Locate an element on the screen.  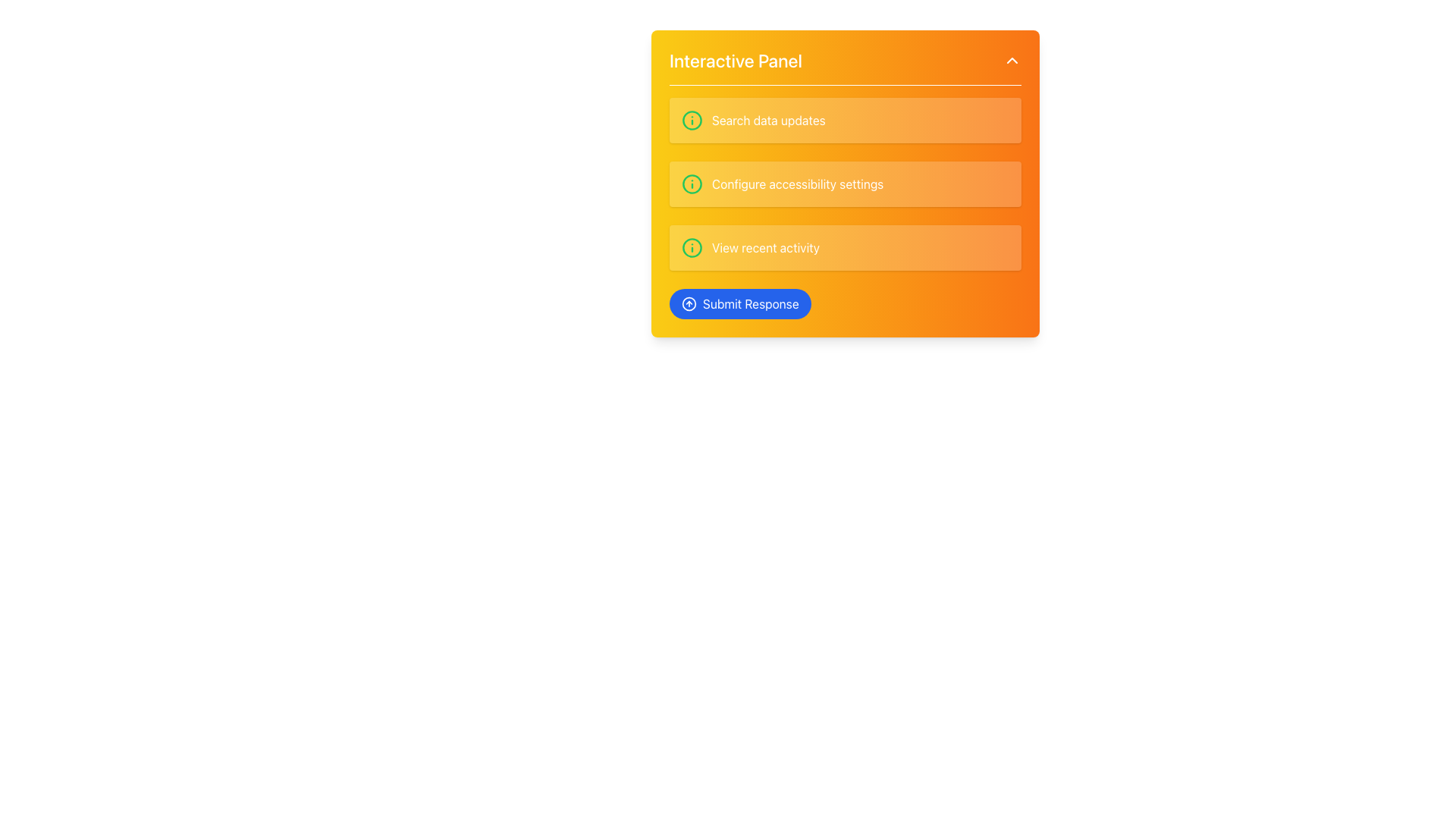
the Text Label with Icon that guides users towards configuring accessibility settings, located in the 'Interactive Panel' below 'Search data updates' and above 'View recent activity' is located at coordinates (844, 208).